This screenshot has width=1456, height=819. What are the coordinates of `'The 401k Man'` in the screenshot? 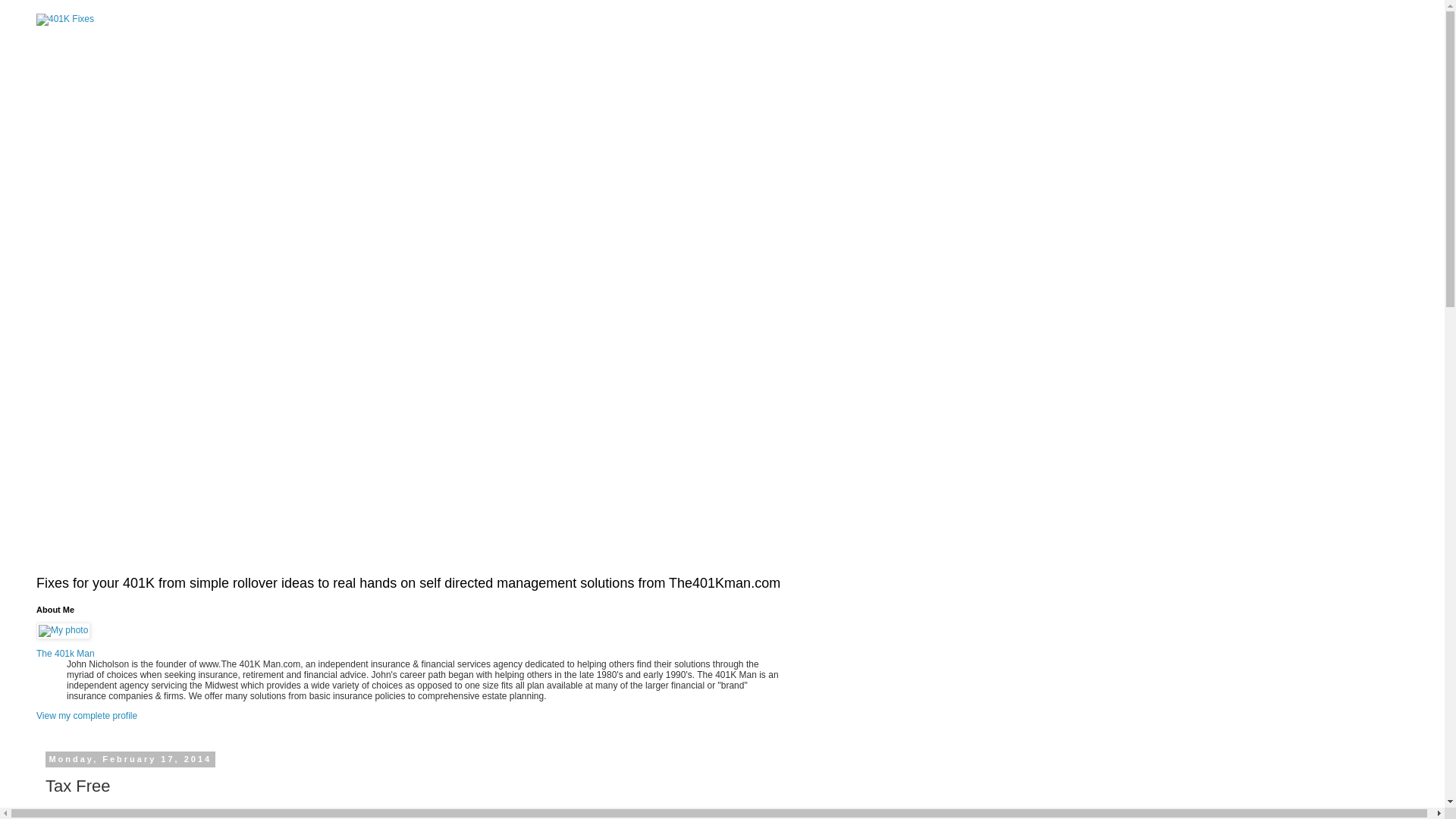 It's located at (64, 652).